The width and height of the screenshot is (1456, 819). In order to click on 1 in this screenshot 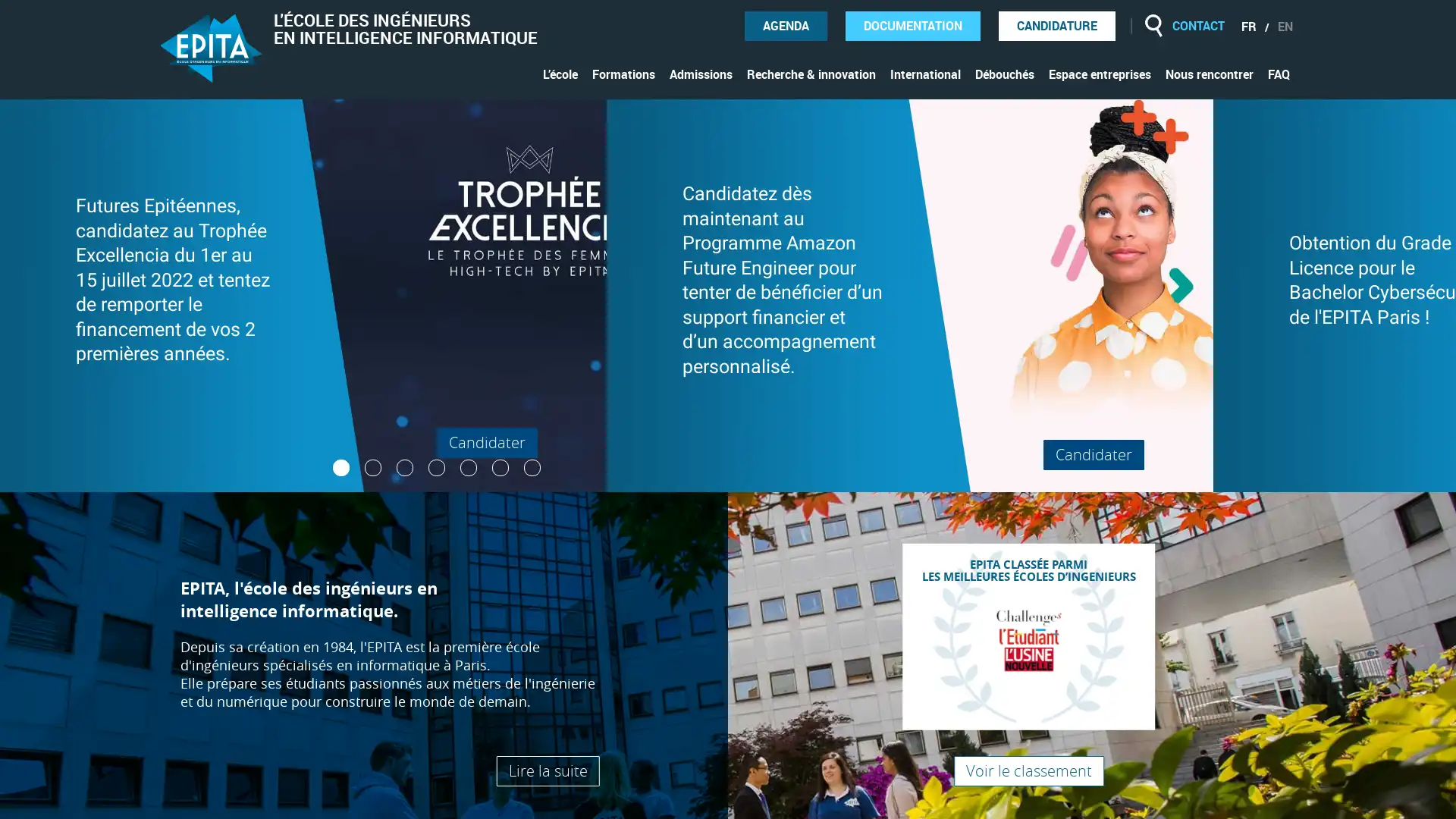, I will do `click(340, 464)`.